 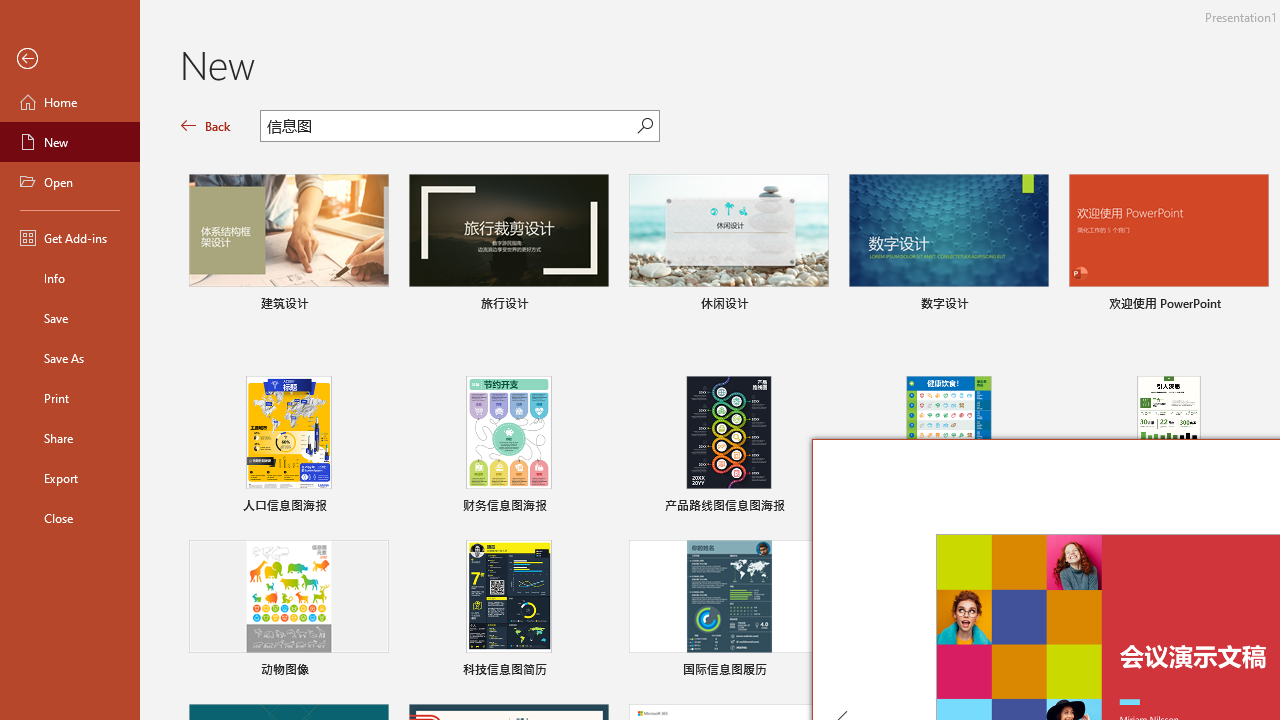 I want to click on 'Export', so click(x=69, y=478).